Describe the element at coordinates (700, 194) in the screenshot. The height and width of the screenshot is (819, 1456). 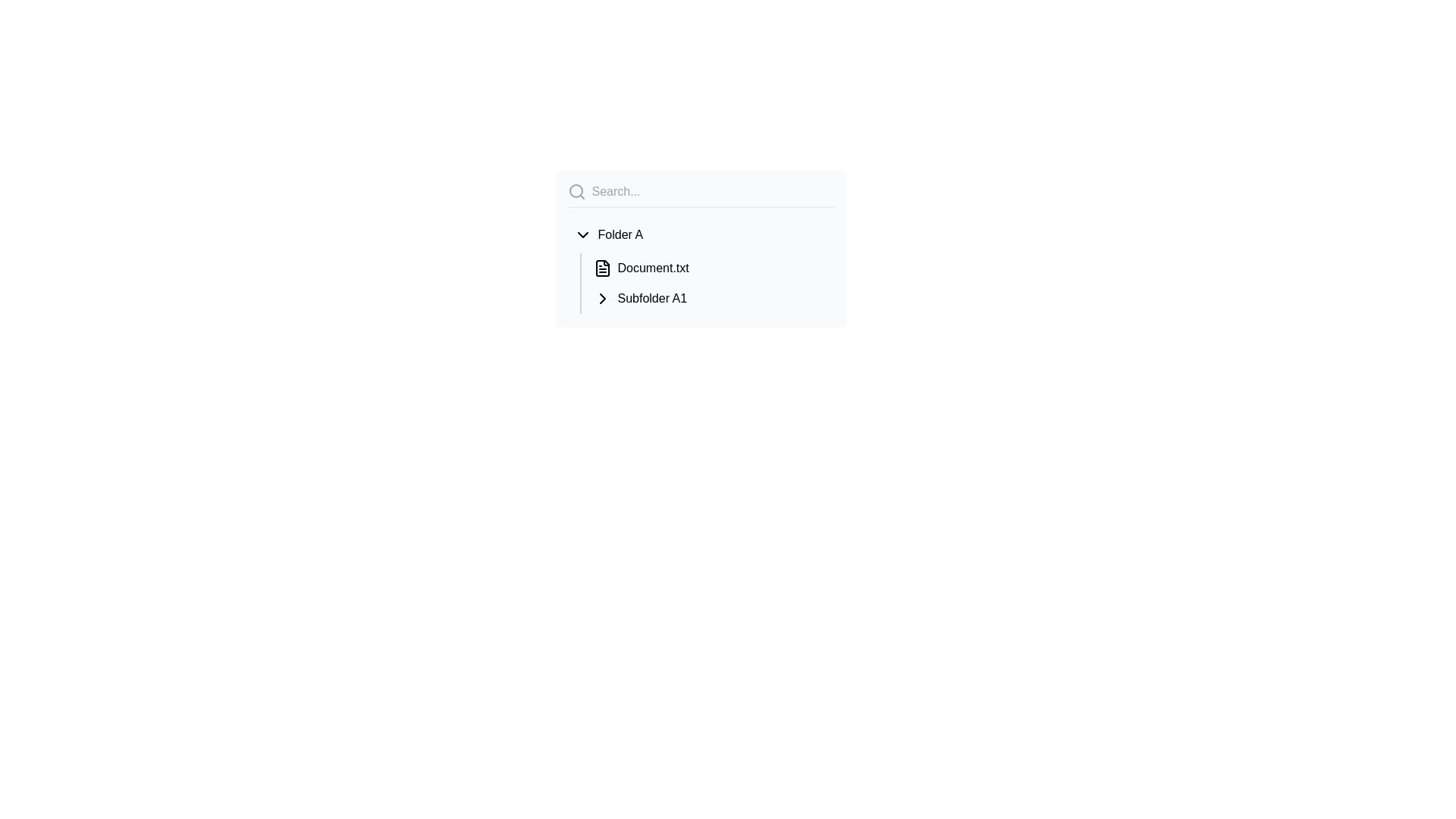
I see `the search bar input field at the top of the list area to focus and type in it` at that location.